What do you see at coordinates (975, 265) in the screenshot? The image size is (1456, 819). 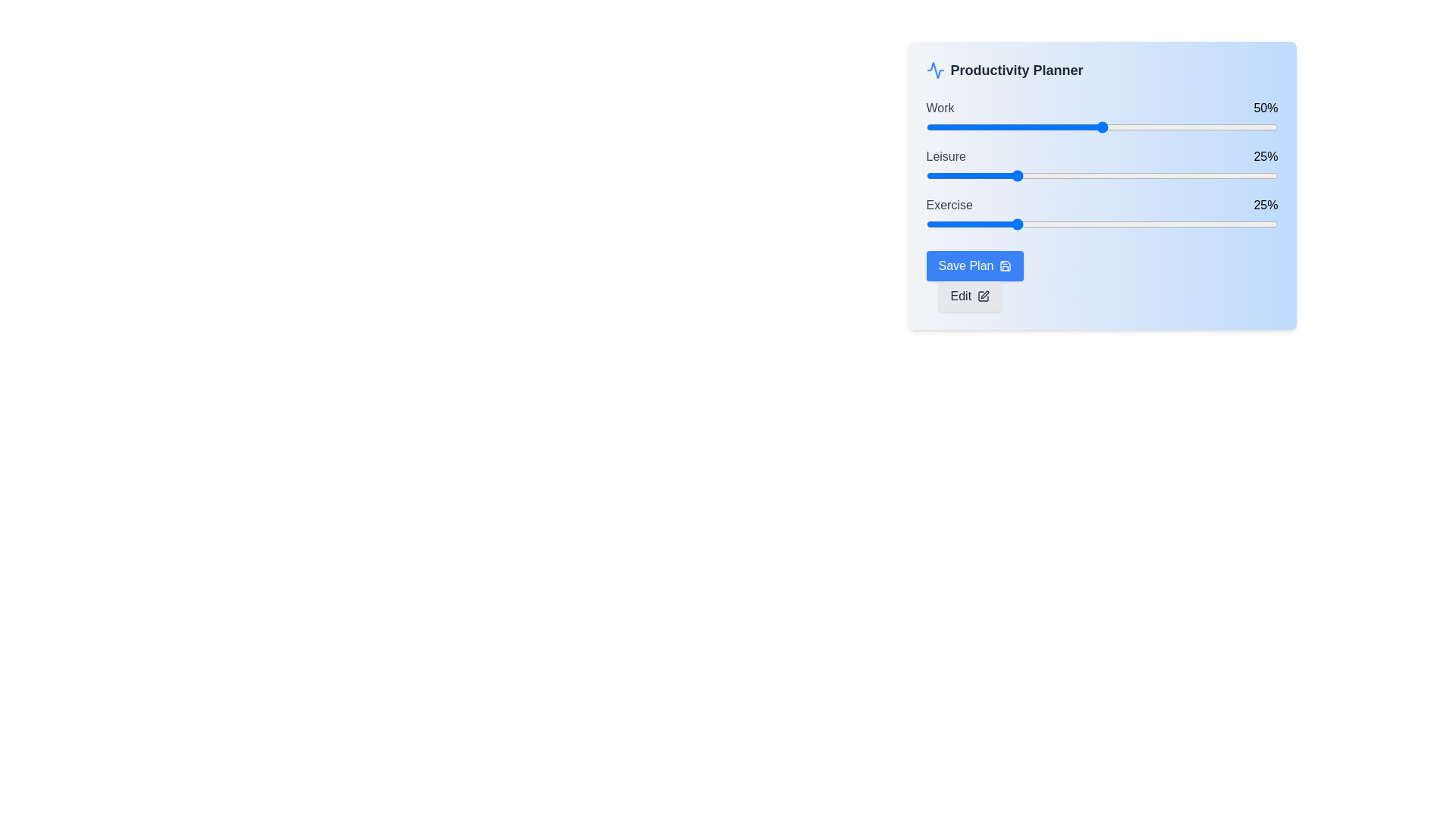 I see `the 'Save Plan' button to save the current configuration` at bounding box center [975, 265].